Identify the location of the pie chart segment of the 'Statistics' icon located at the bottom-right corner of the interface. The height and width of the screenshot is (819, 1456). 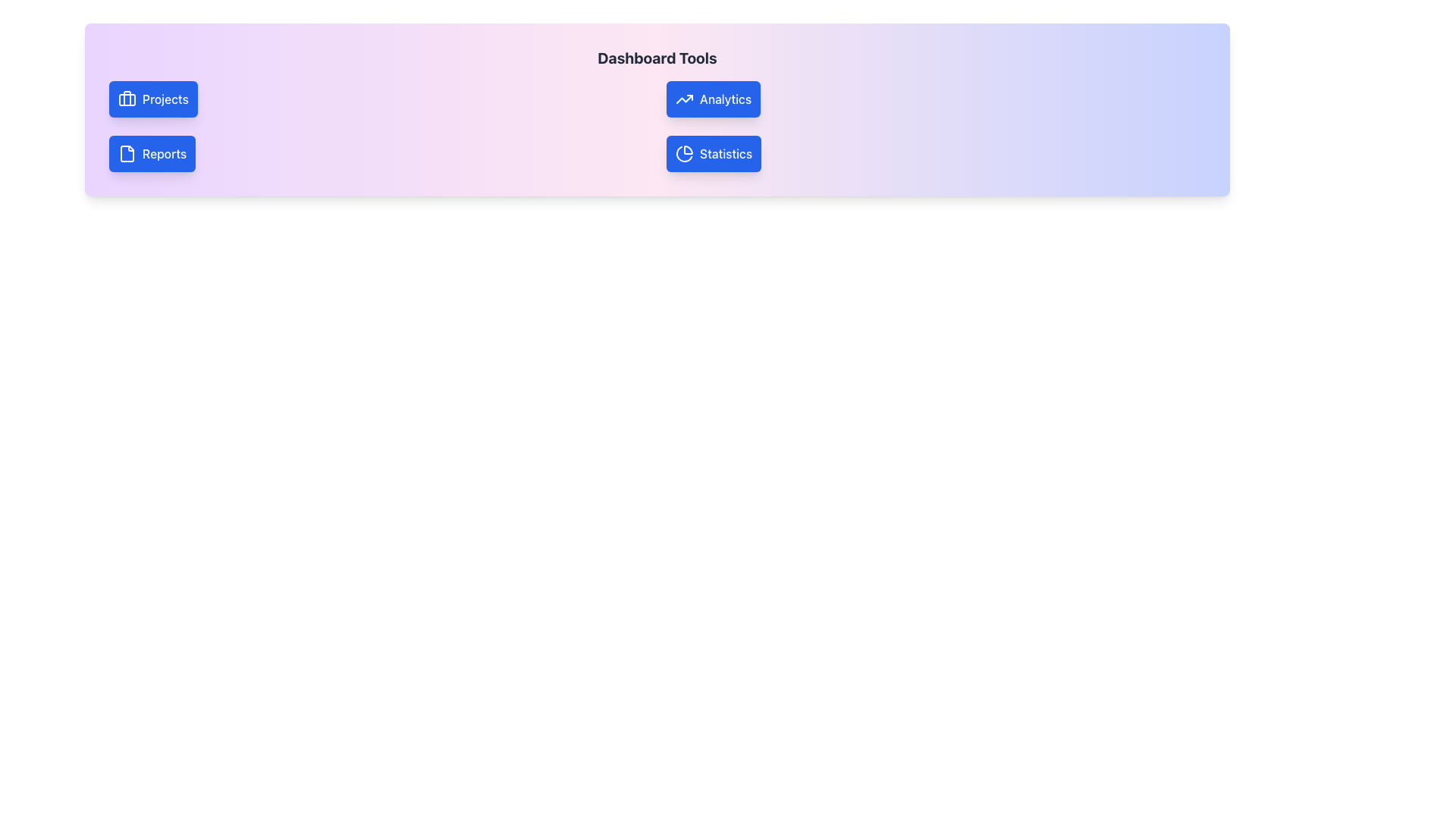
(683, 154).